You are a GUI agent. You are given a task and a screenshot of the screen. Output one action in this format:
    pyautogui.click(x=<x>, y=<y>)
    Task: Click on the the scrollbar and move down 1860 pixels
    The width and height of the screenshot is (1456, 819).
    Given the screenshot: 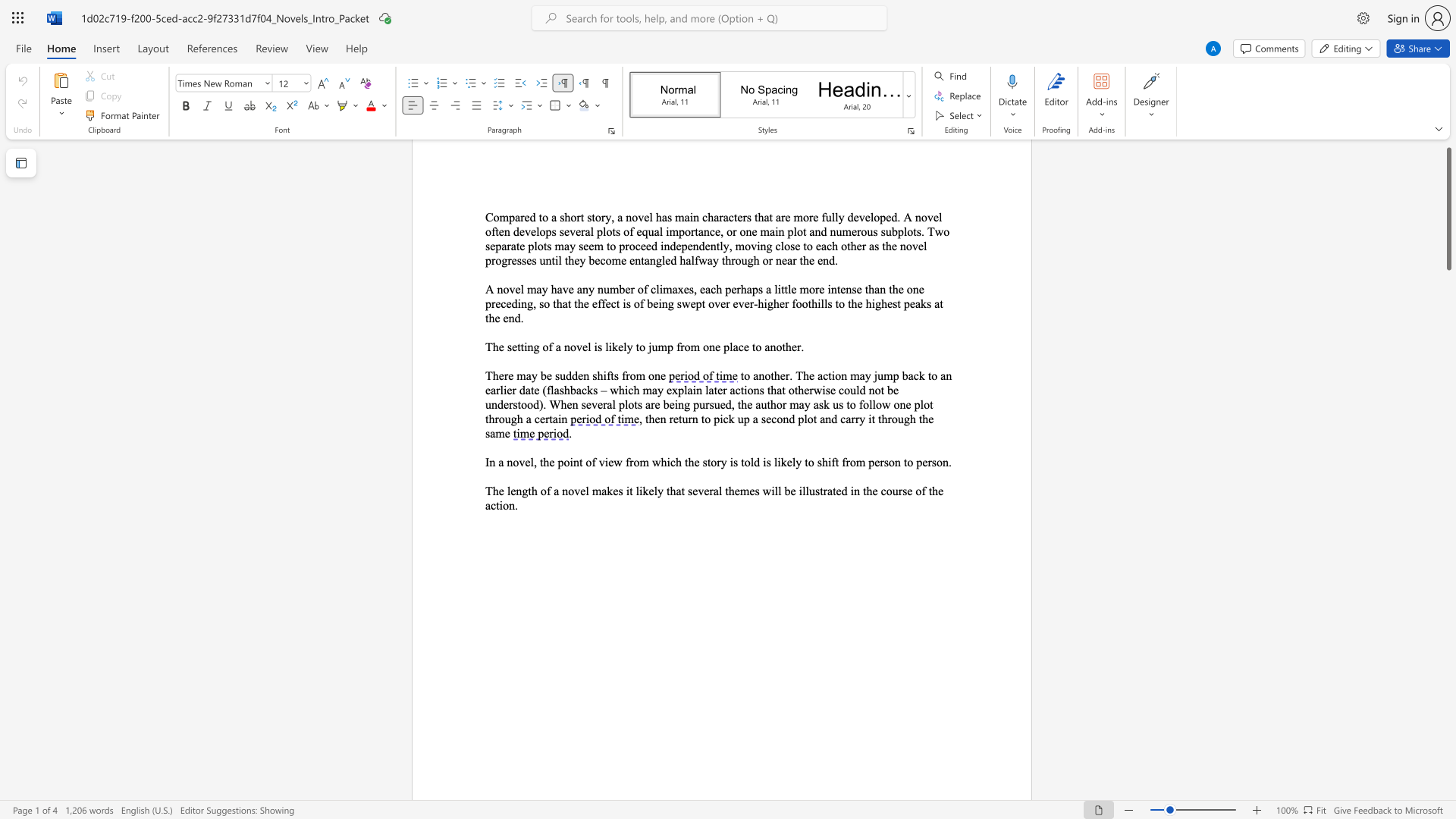 What is the action you would take?
    pyautogui.click(x=1448, y=209)
    